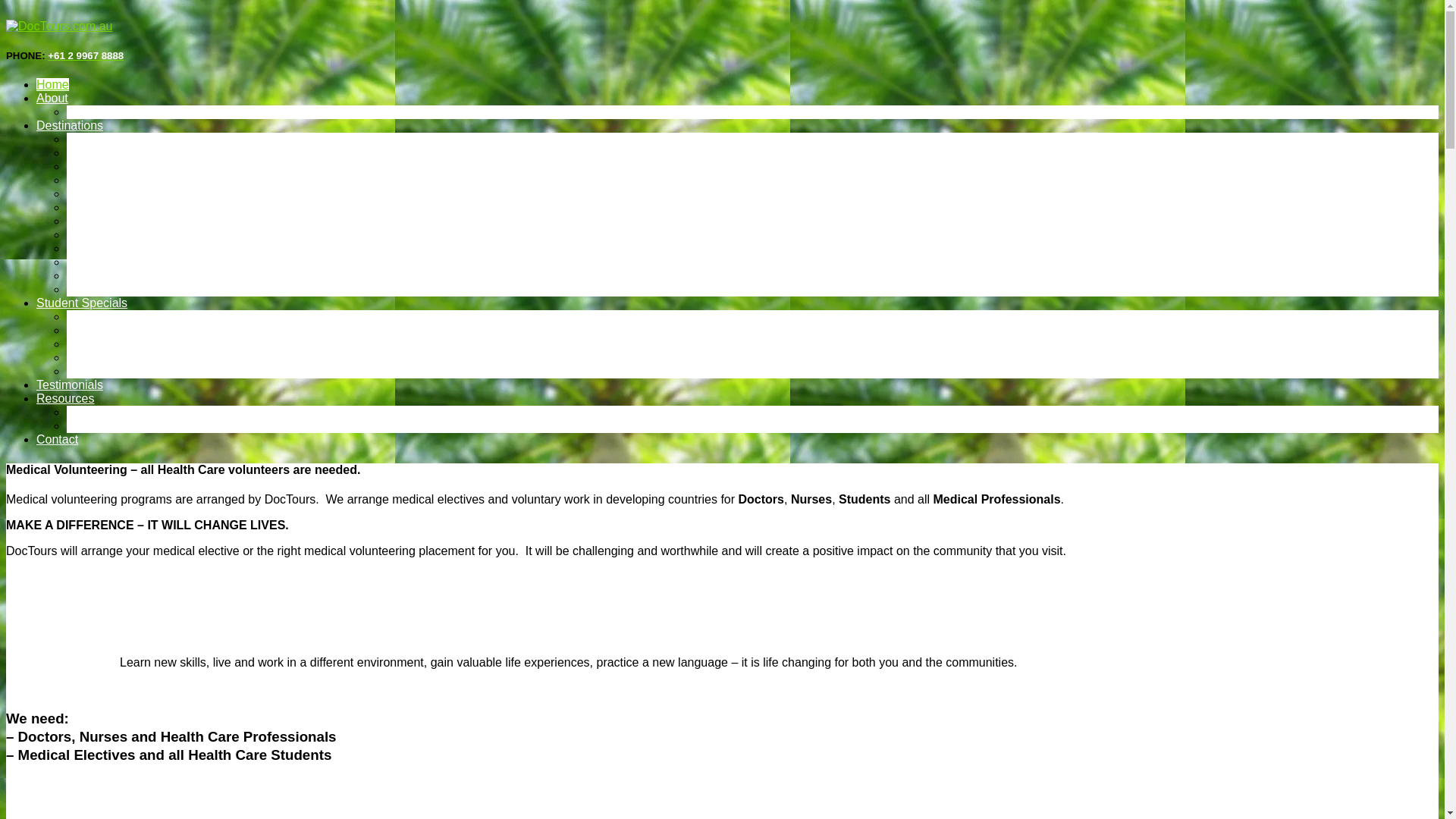  I want to click on 'Tonga', so click(83, 247).